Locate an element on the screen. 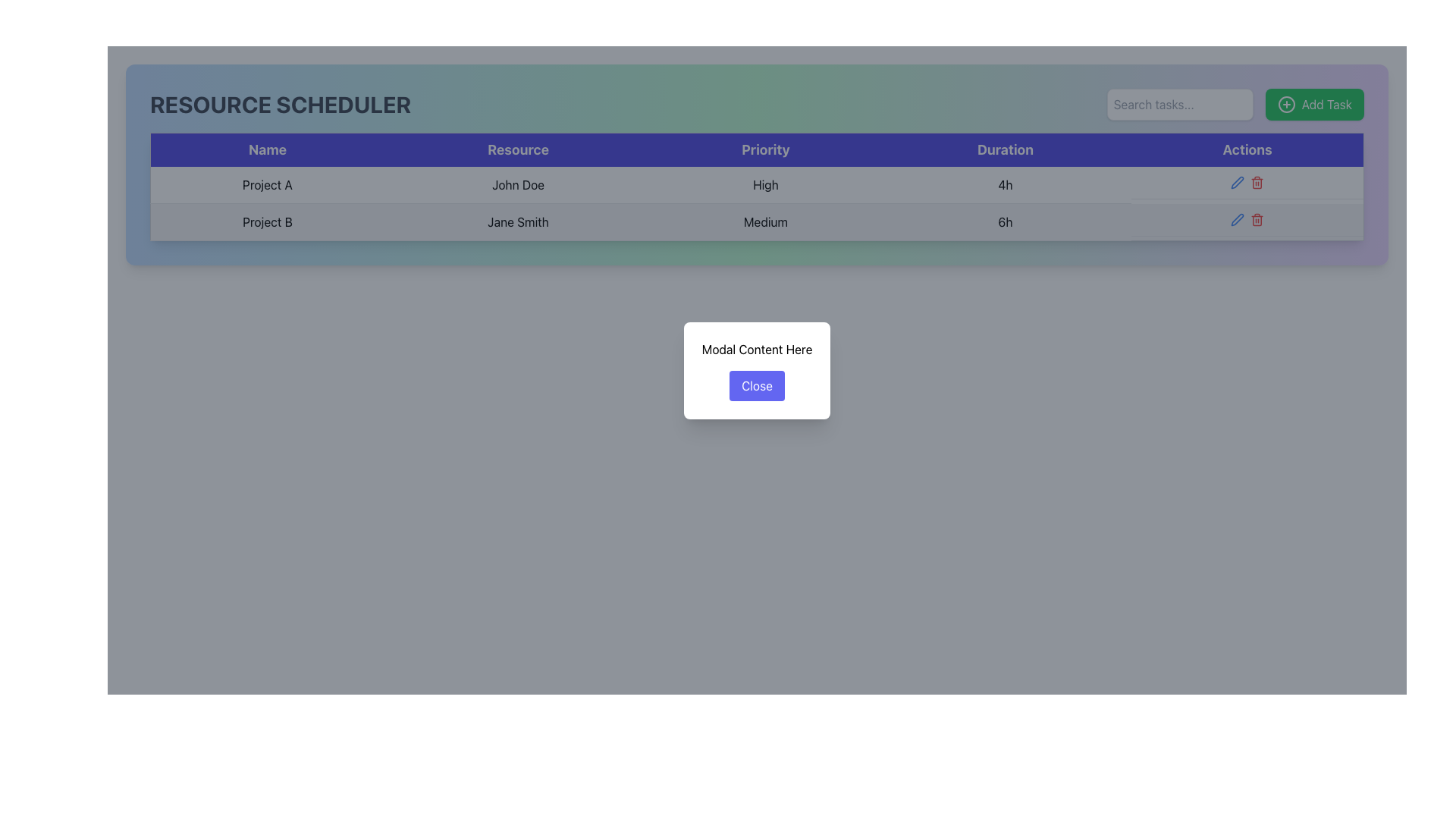 This screenshot has height=819, width=1456. text snippet displaying 'Modal Content Here' located at the top center of the white modal, above the purple 'Close' button is located at coordinates (757, 349).